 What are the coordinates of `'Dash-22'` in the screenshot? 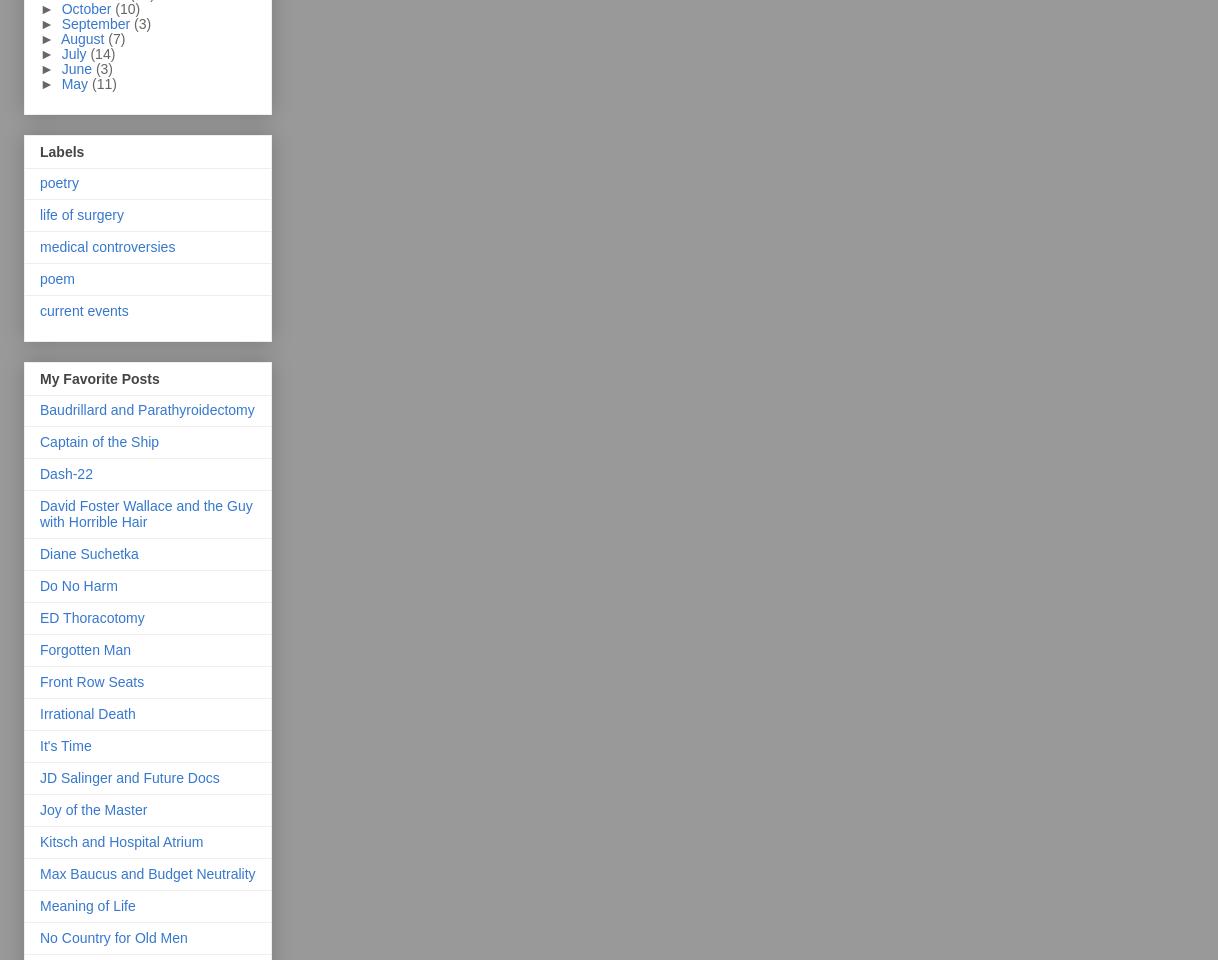 It's located at (65, 474).